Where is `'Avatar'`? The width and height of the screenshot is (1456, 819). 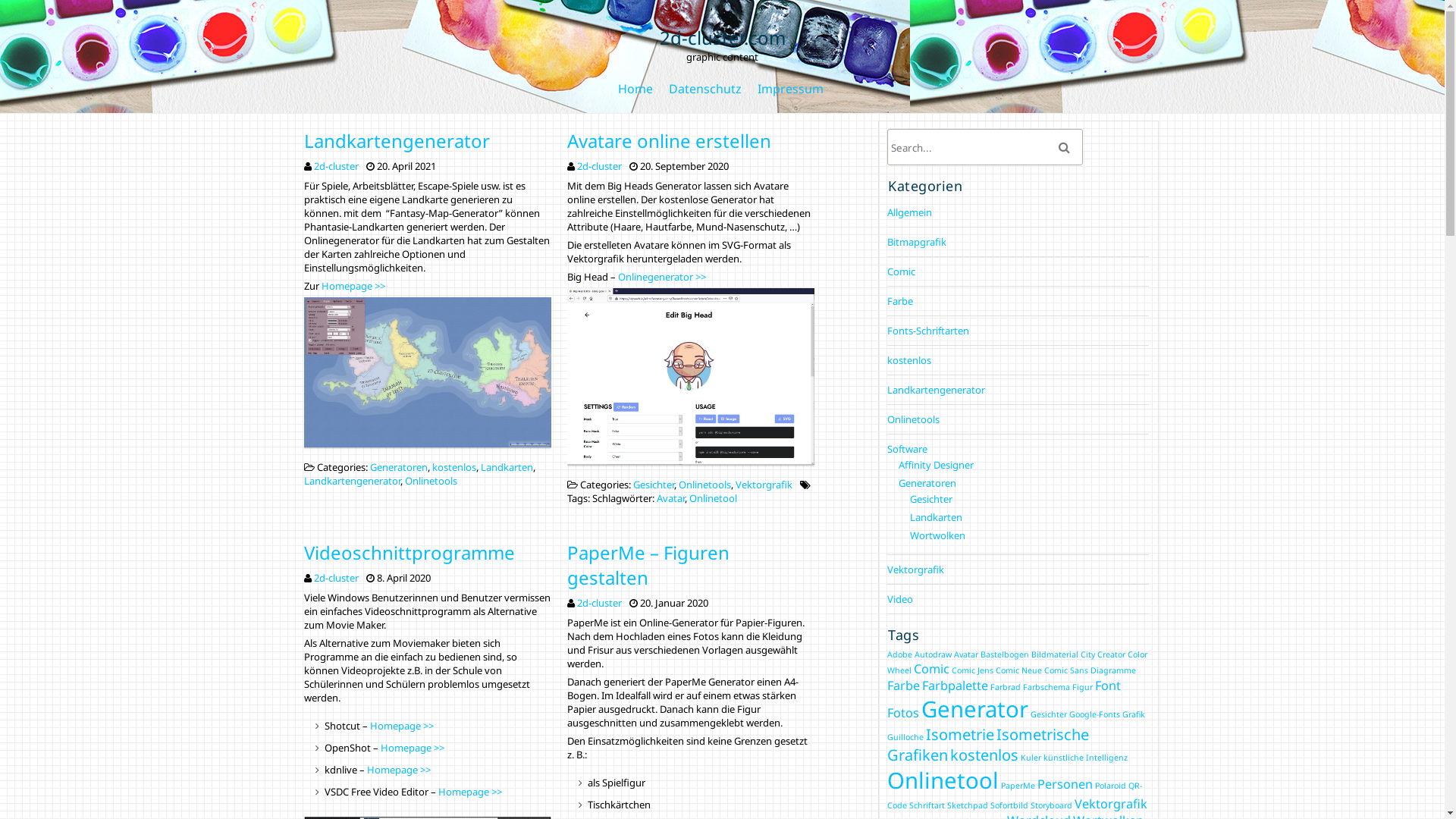 'Avatar' is located at coordinates (656, 497).